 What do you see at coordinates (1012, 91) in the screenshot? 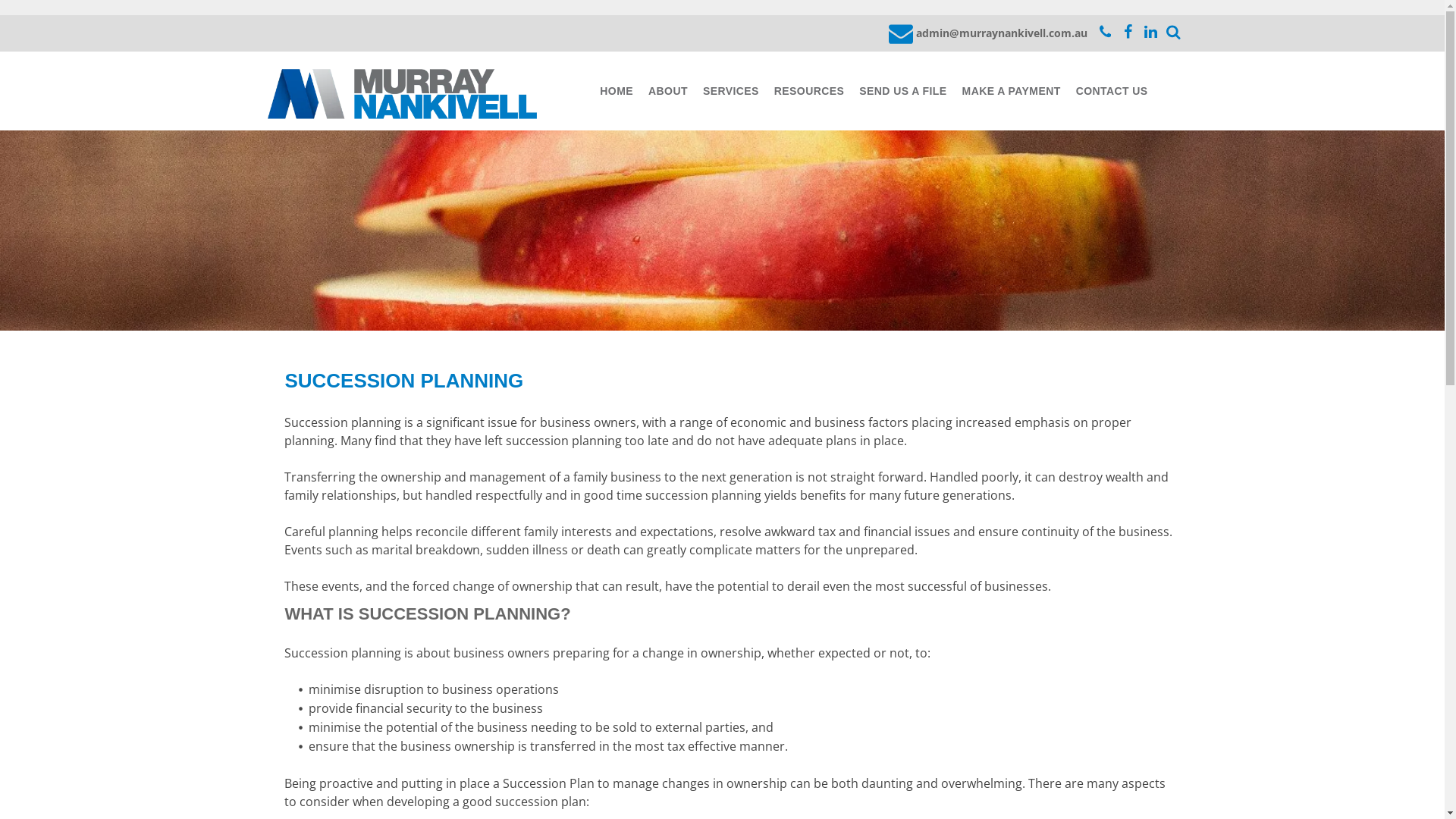
I see `'MAKE A PAYMENT'` at bounding box center [1012, 91].